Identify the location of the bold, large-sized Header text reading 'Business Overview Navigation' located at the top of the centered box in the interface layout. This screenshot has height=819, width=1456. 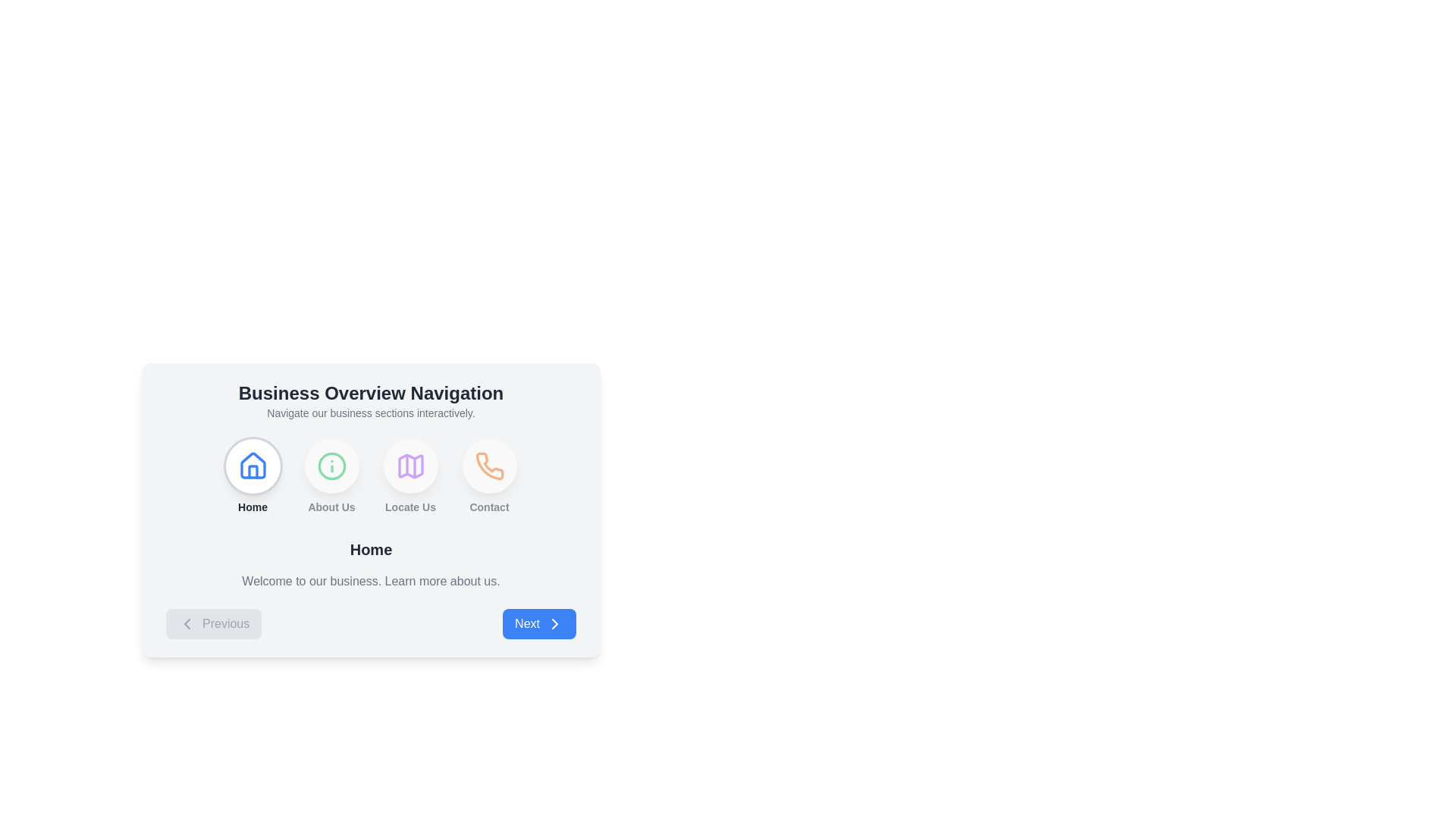
(371, 393).